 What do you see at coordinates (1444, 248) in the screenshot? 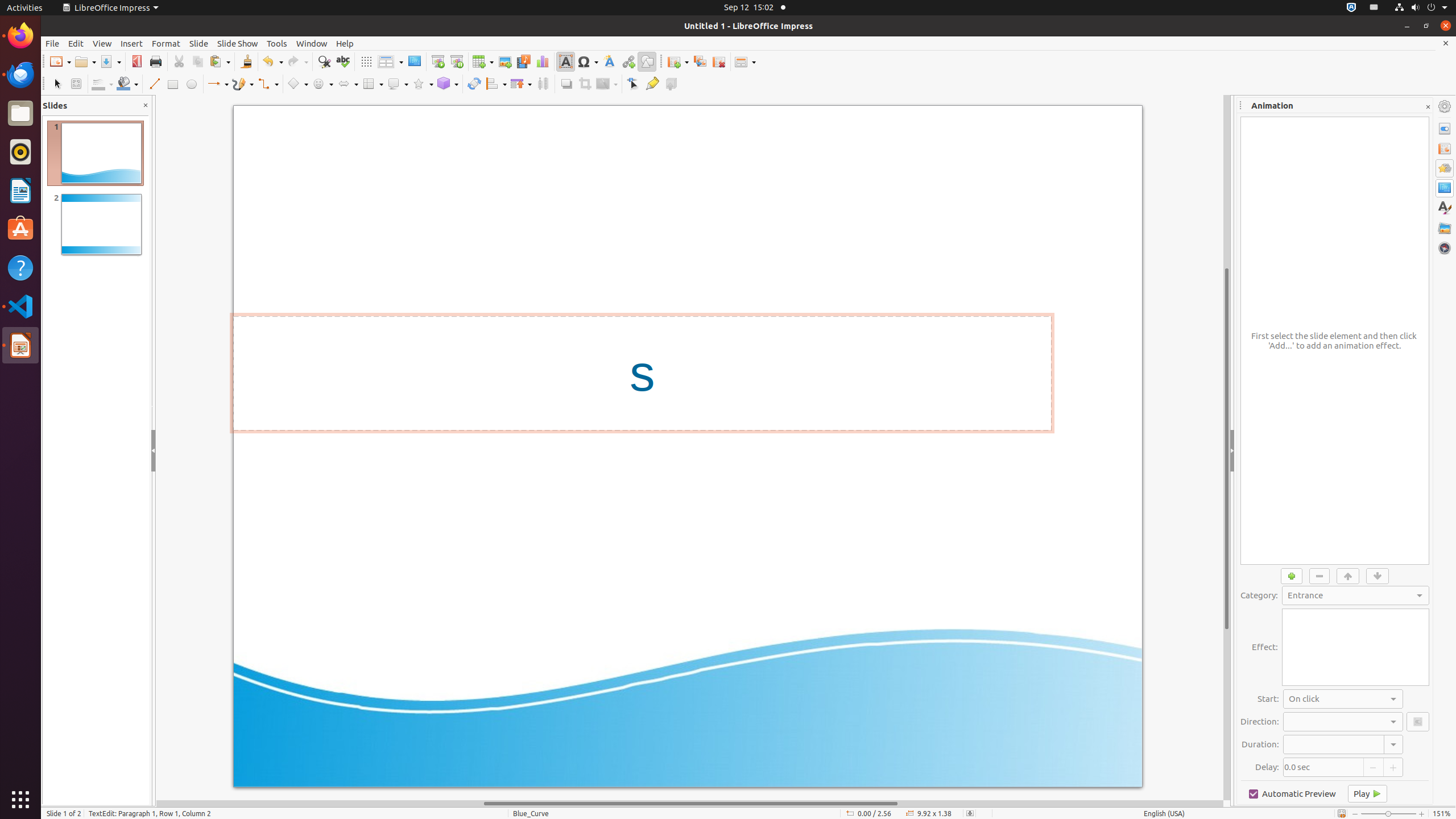
I see `'Navigator'` at bounding box center [1444, 248].